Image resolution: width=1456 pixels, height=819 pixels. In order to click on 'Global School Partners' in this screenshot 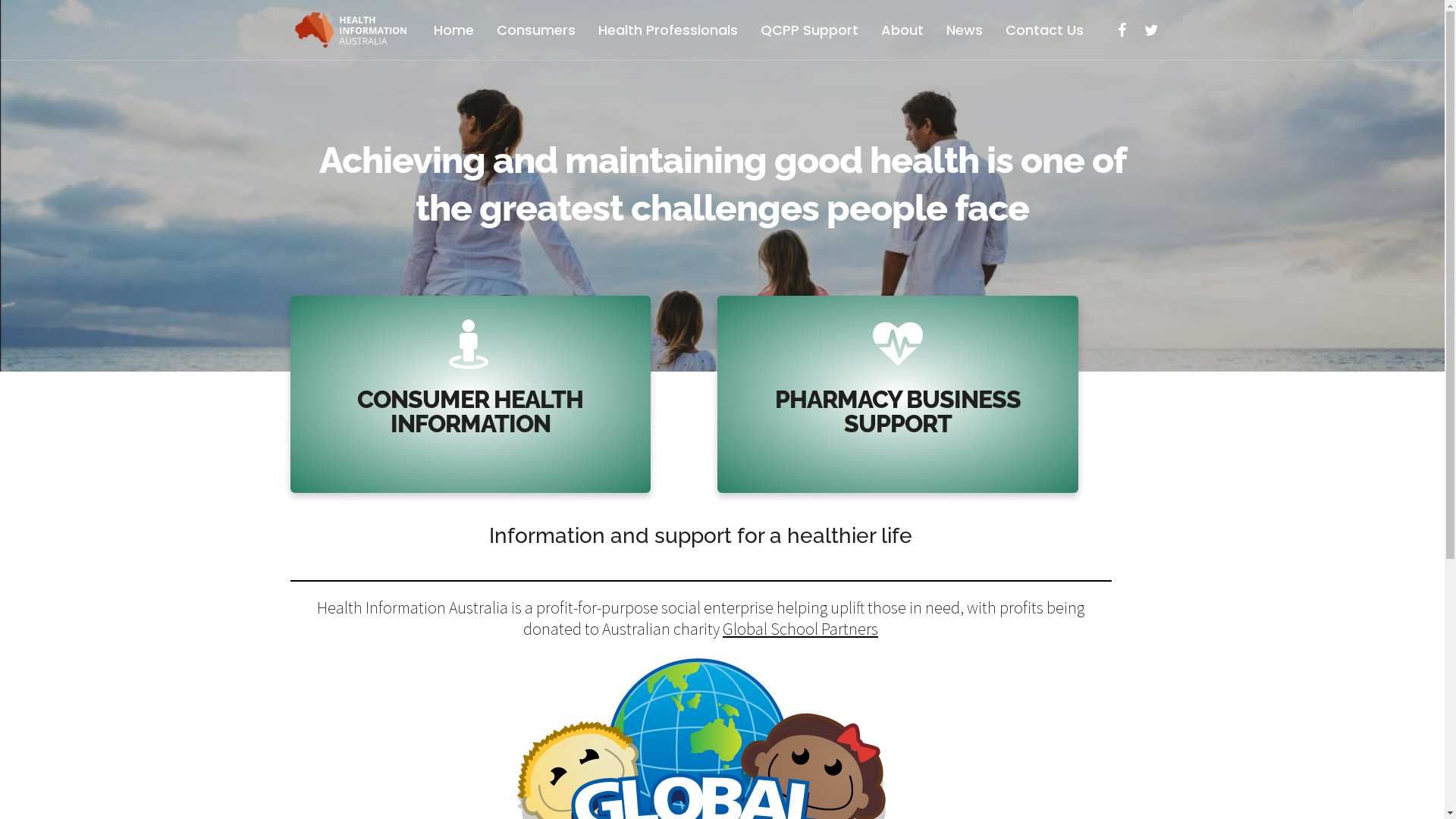, I will do `click(799, 629)`.